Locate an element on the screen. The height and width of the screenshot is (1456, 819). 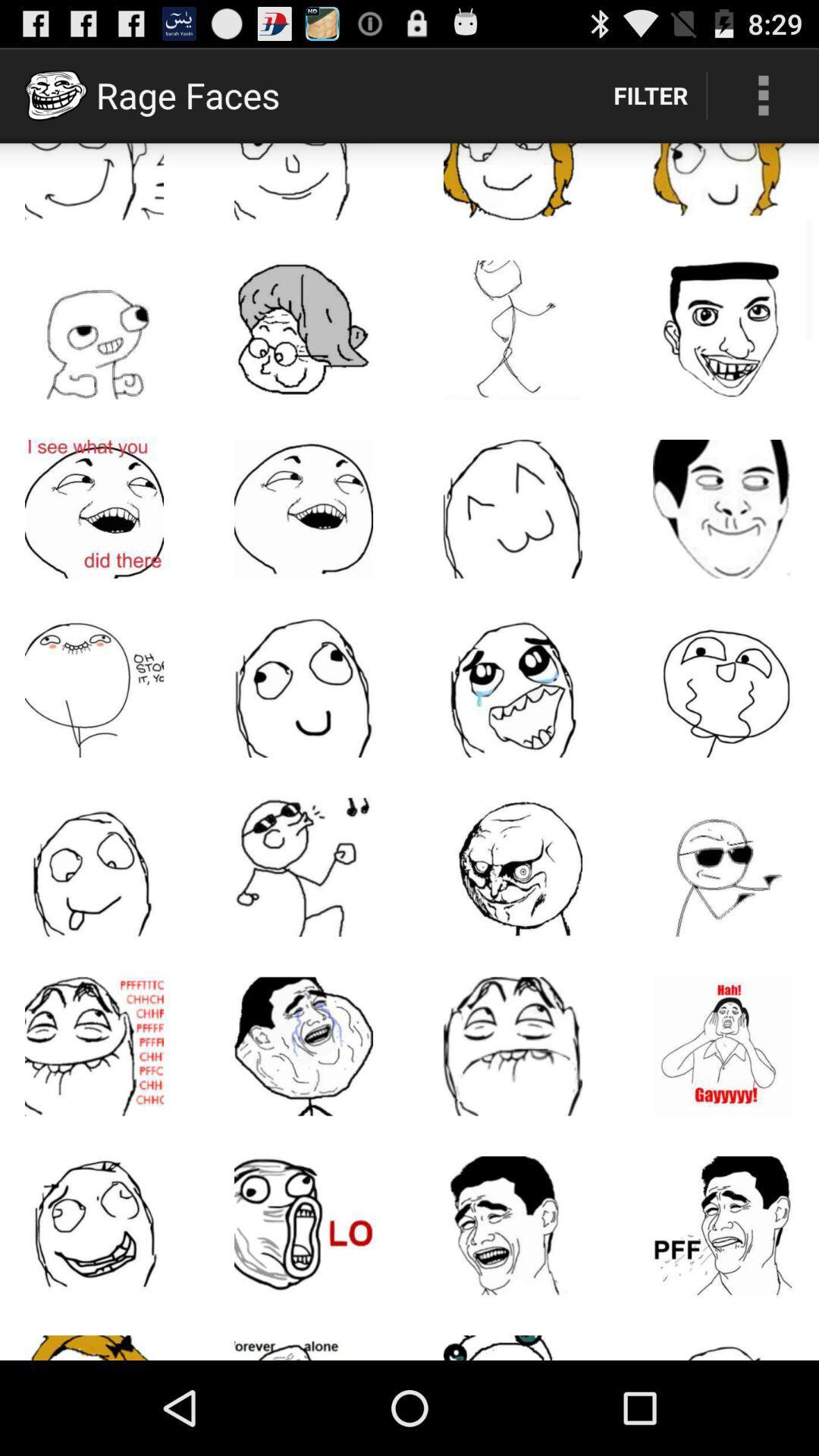
the item to the right of the filter item is located at coordinates (763, 94).